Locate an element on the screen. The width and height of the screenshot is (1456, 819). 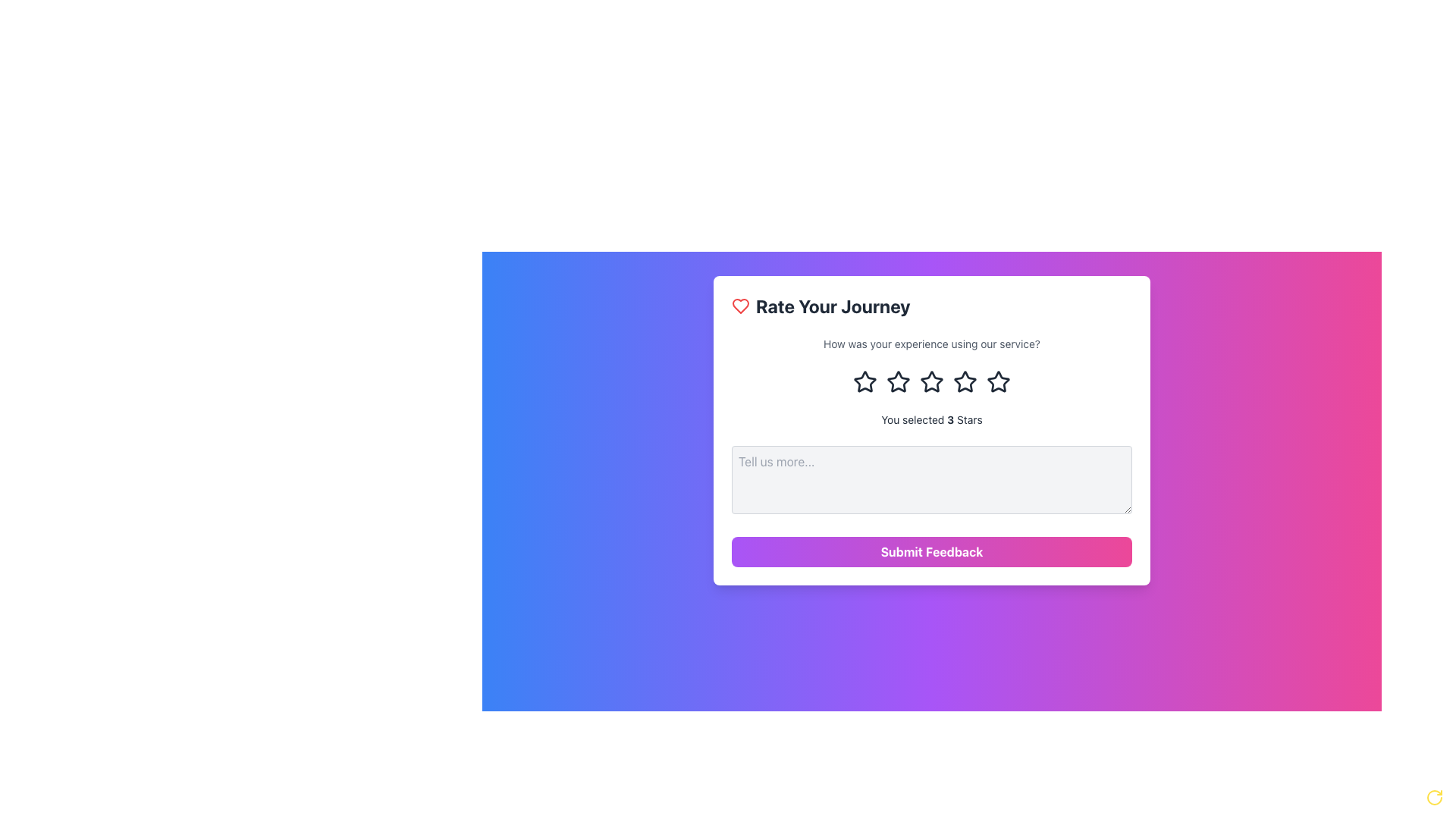
the red heart icon located in the top-left corner of the 'Rate Your Journey' card, which serves as a decorative element adjacent to the title text is located at coordinates (741, 306).